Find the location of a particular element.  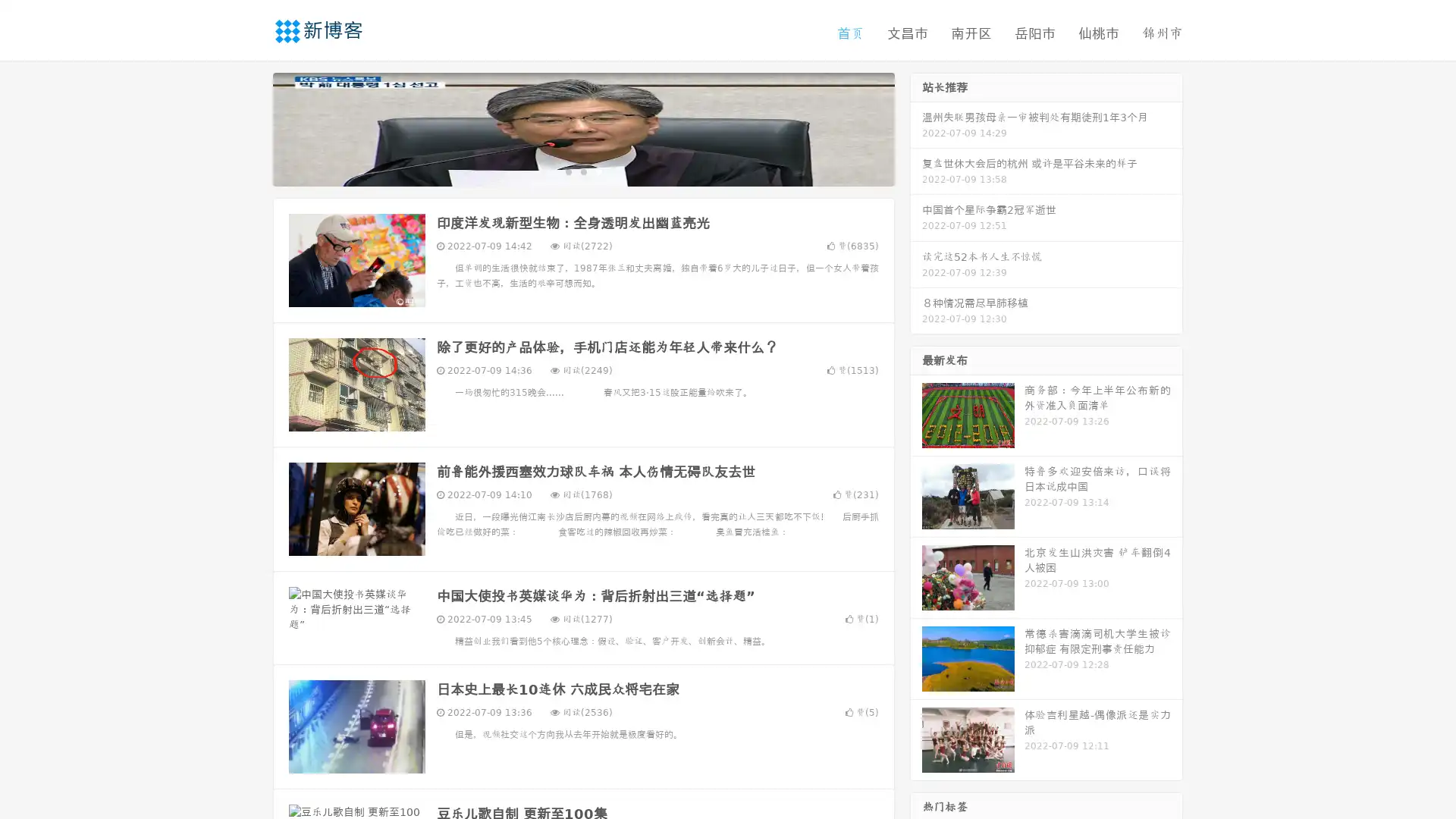

Go to slide 3 is located at coordinates (598, 171).